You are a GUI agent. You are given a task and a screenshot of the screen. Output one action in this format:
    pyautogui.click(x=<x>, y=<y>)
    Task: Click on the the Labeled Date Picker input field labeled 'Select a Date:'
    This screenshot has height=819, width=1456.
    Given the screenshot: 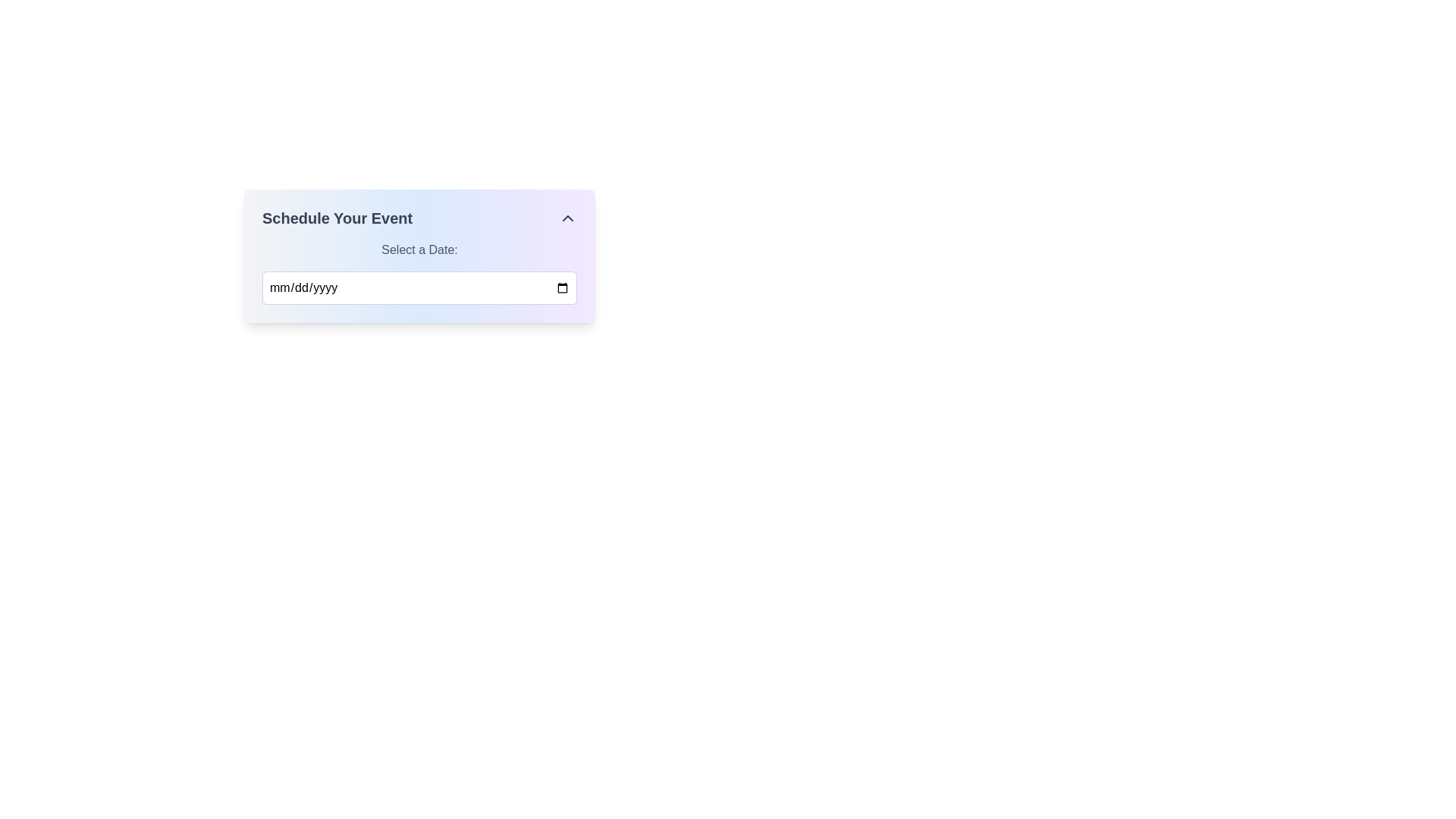 What is the action you would take?
    pyautogui.click(x=419, y=271)
    